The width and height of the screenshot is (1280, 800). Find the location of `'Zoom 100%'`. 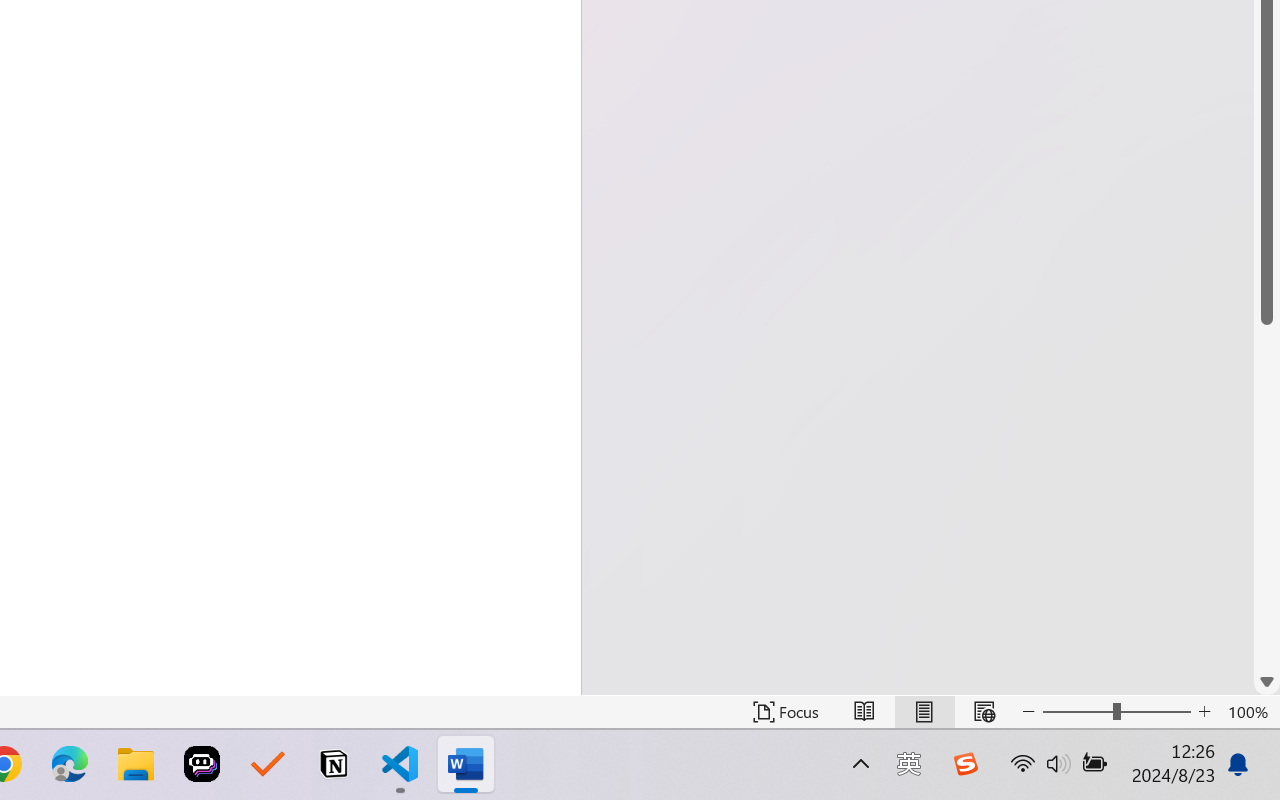

'Zoom 100%' is located at coordinates (1248, 711).